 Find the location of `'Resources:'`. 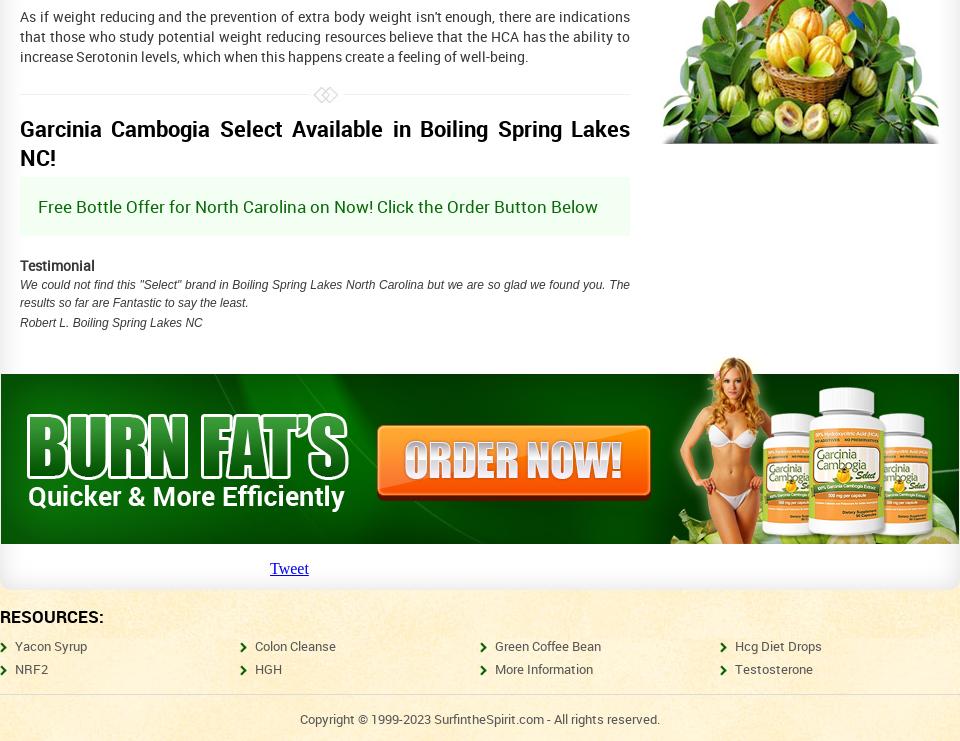

'Resources:' is located at coordinates (51, 616).